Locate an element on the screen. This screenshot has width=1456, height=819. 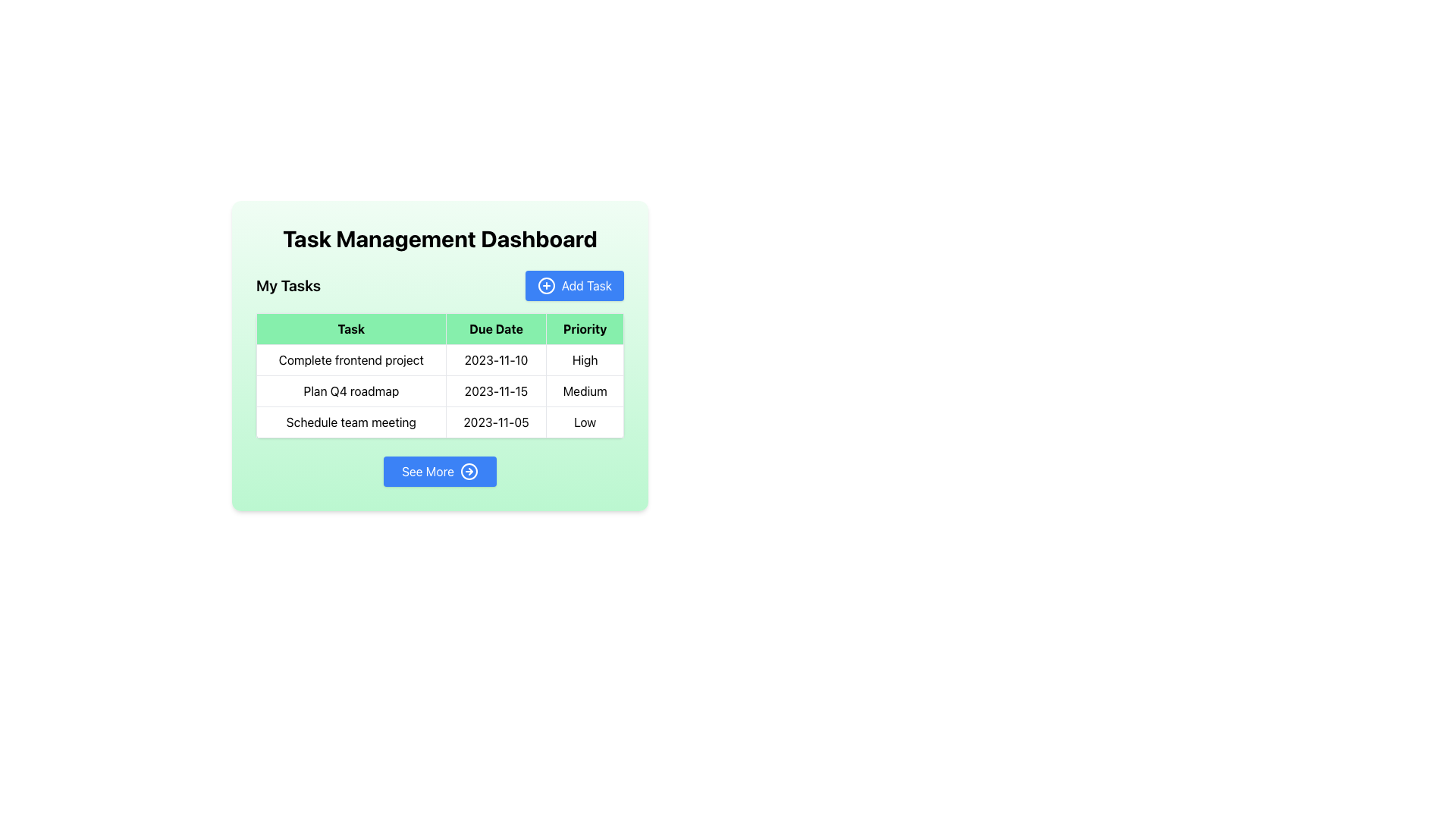
task name from the third table cell in the 'Task' column of the 'Task Management Dashboard' module is located at coordinates (350, 422).